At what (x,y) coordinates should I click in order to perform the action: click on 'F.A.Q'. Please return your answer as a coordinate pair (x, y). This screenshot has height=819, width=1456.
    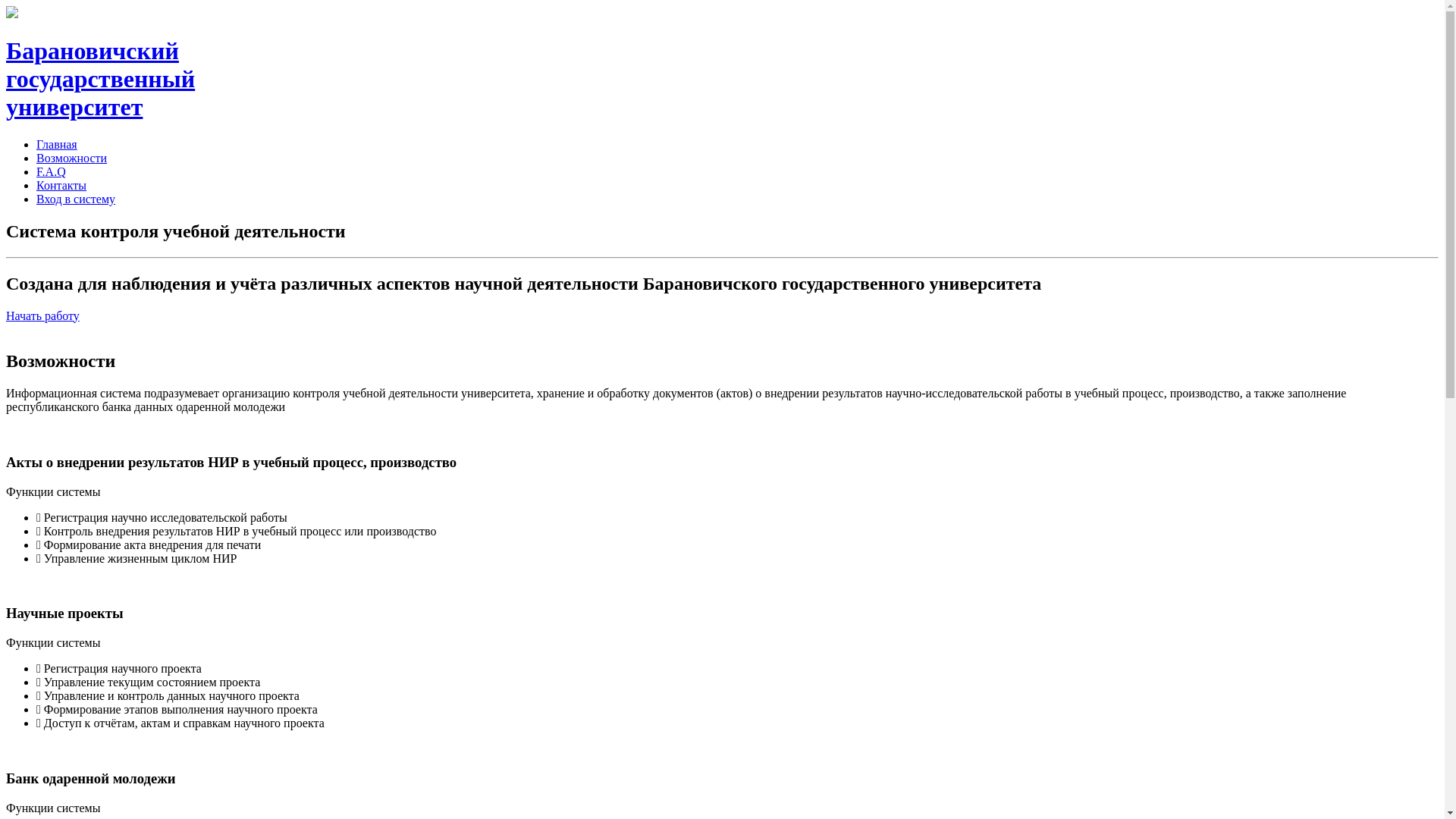
    Looking at the image, I should click on (51, 171).